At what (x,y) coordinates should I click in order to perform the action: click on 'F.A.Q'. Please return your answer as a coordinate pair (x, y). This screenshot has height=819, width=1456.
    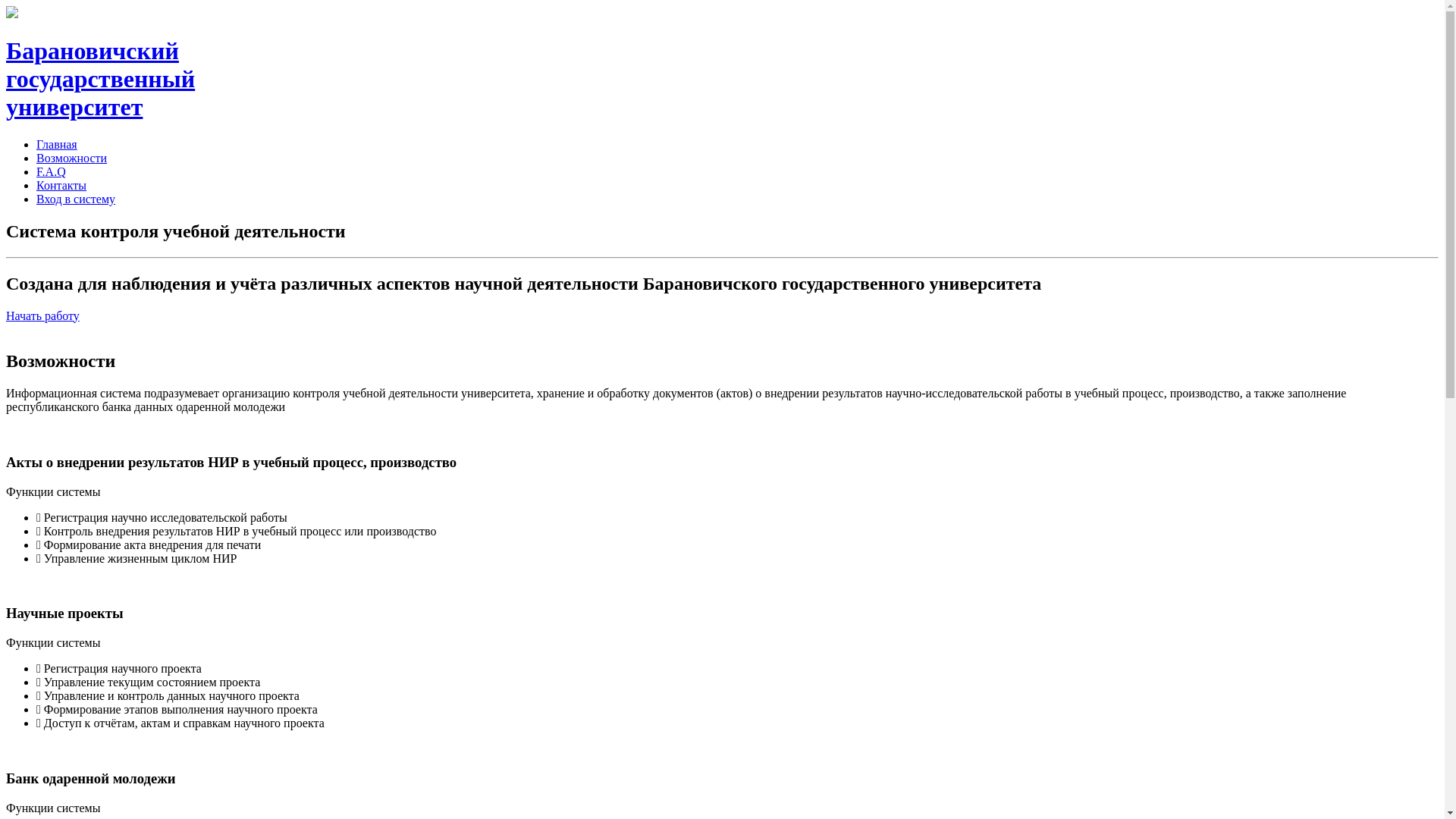
    Looking at the image, I should click on (51, 171).